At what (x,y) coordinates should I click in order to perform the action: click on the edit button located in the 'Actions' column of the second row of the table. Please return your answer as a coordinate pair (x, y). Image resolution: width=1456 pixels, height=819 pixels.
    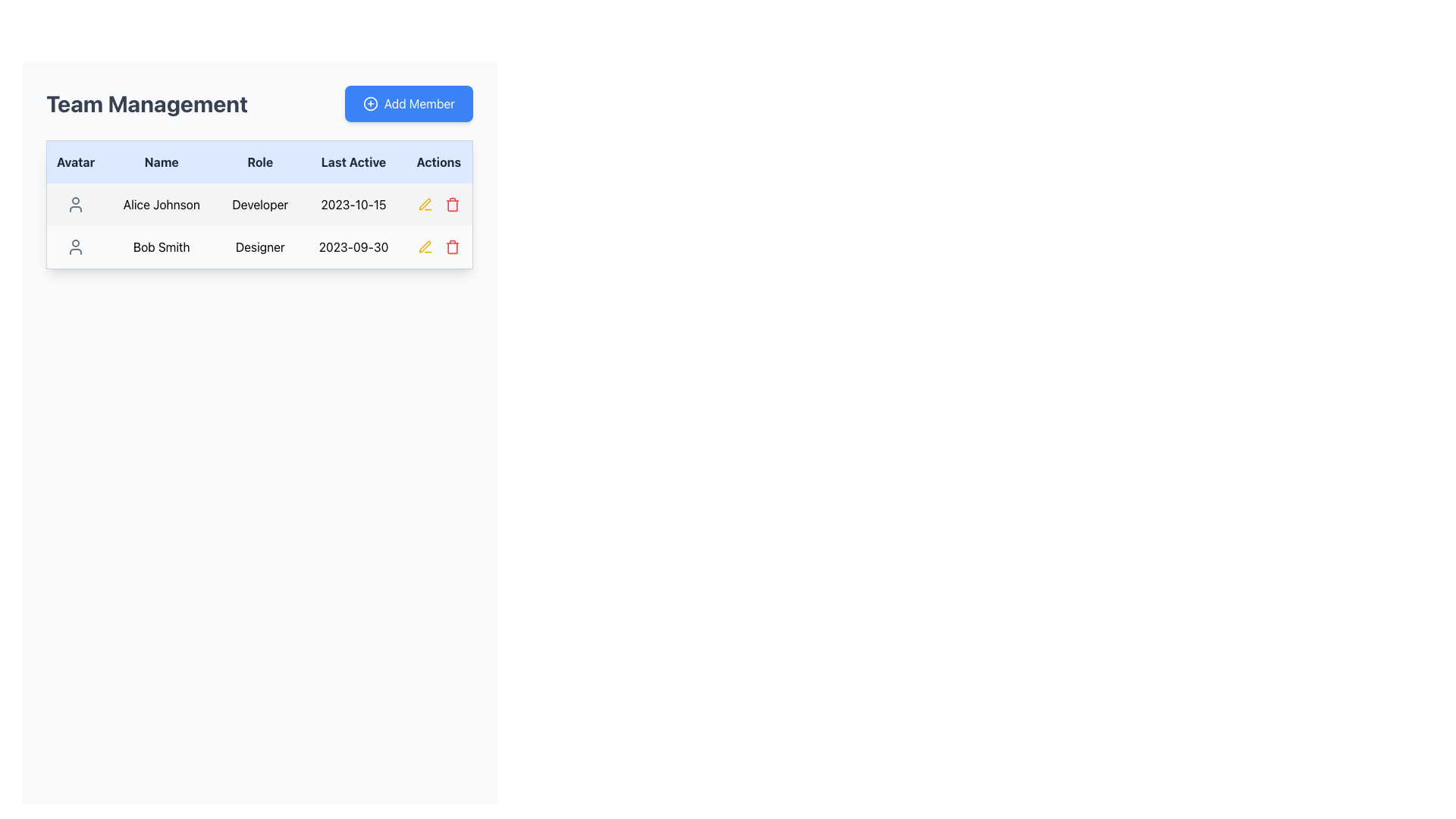
    Looking at the image, I should click on (425, 203).